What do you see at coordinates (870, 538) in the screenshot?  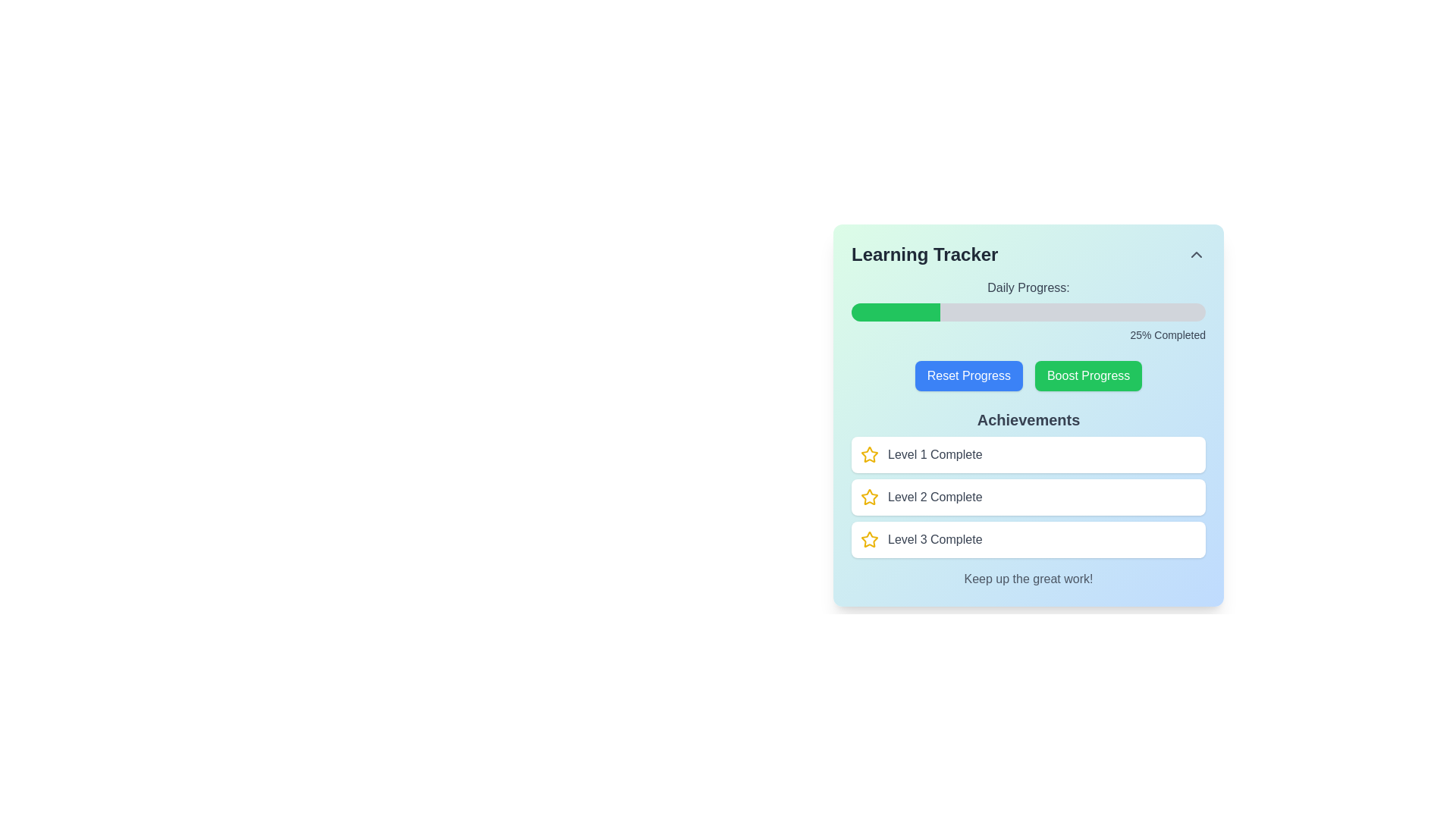 I see `the star icon filled with yellow color, styled as an achievement marker, located to the left of the 'Level 3 Complete' text in the achievements section` at bounding box center [870, 538].